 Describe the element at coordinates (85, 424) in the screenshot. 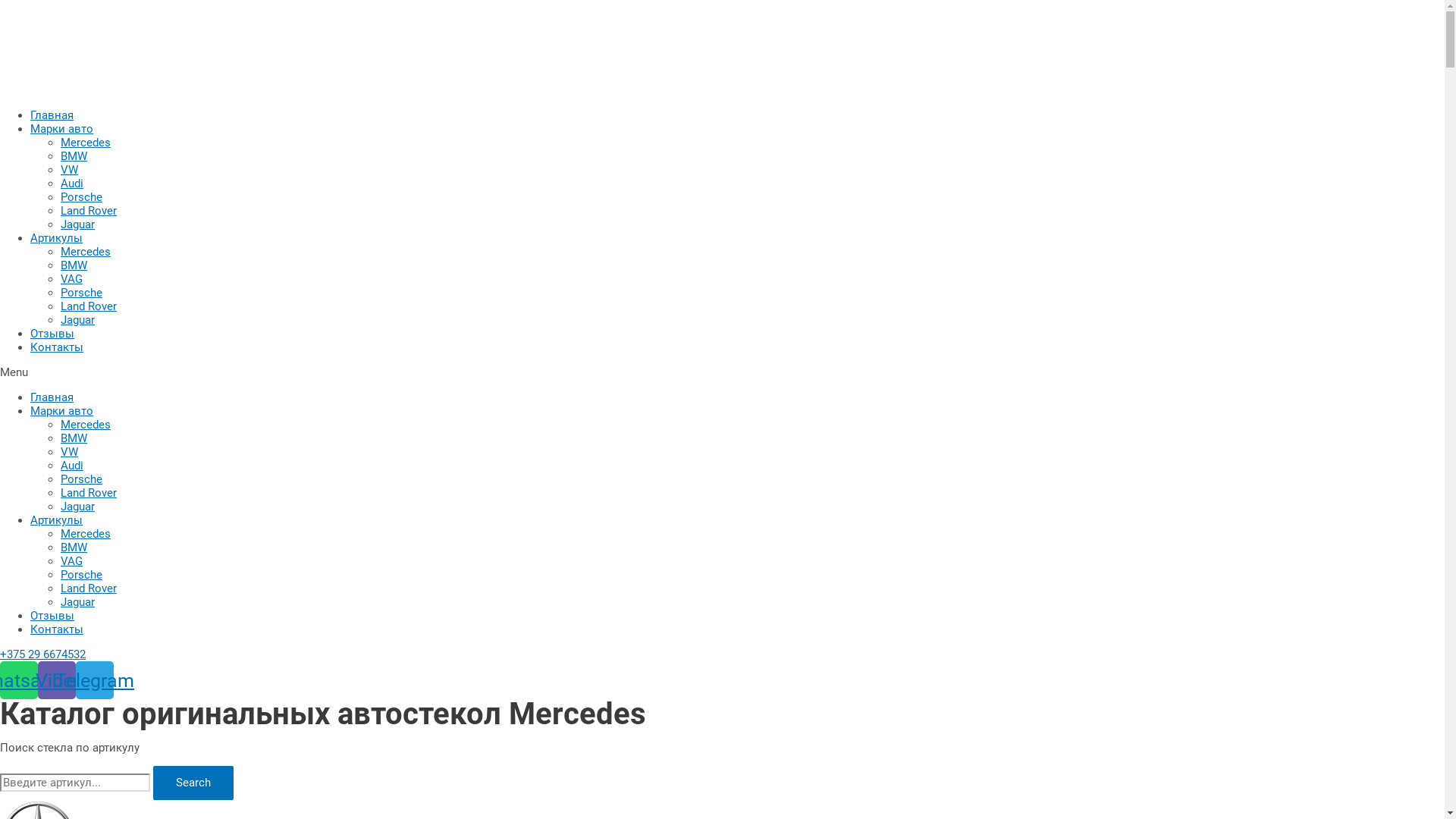

I see `'Mercedes'` at that location.